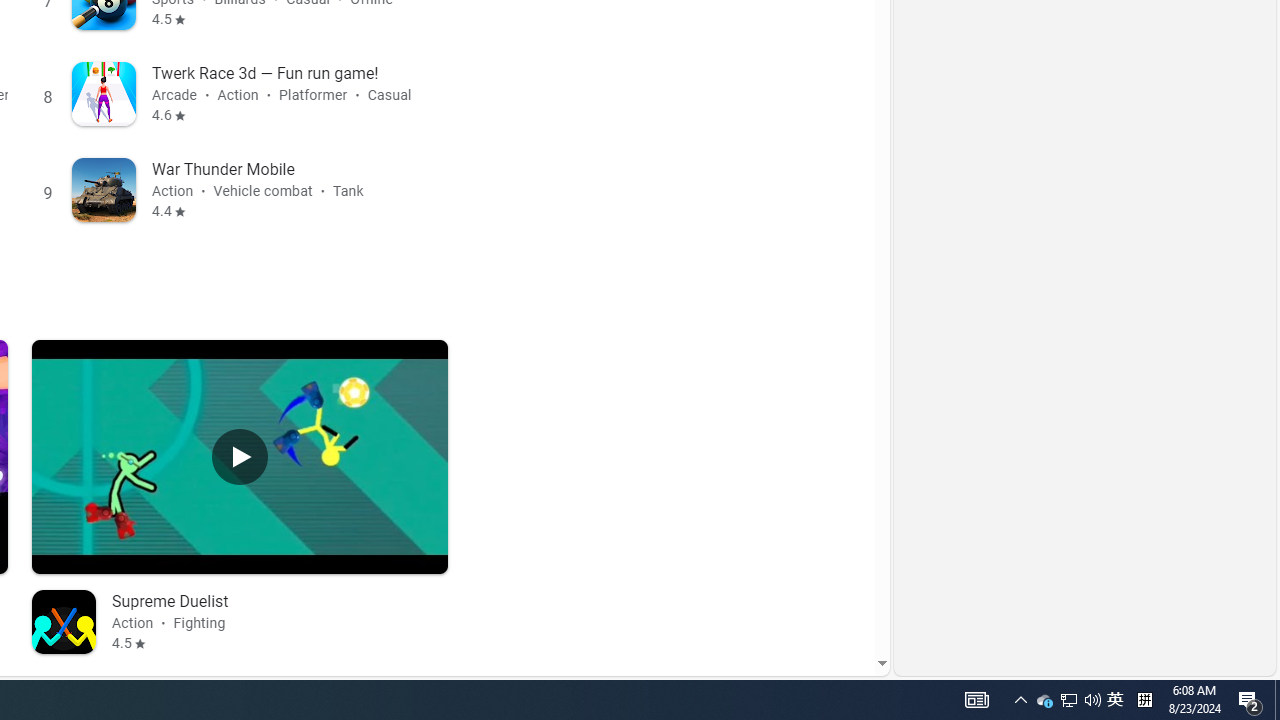 The height and width of the screenshot is (720, 1280). Describe the element at coordinates (240, 456) in the screenshot. I see `'Play Supreme Duelist'` at that location.